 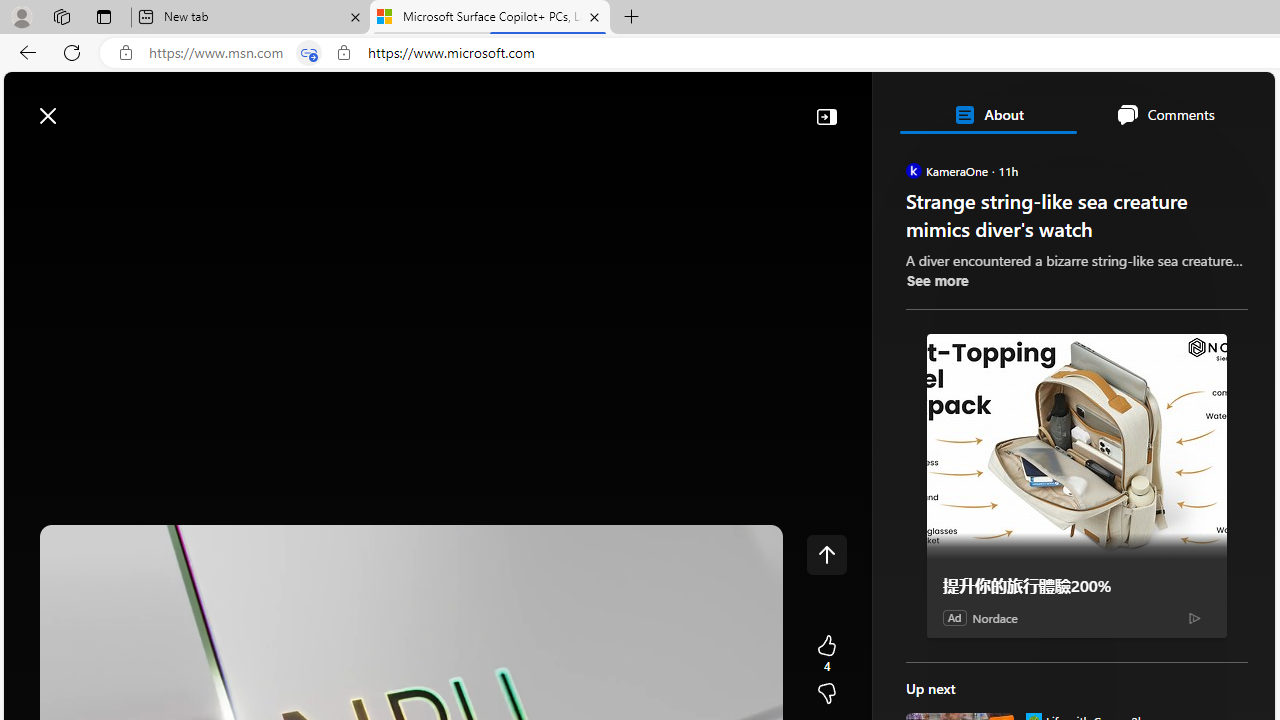 I want to click on 'Dislike', so click(x=826, y=693).